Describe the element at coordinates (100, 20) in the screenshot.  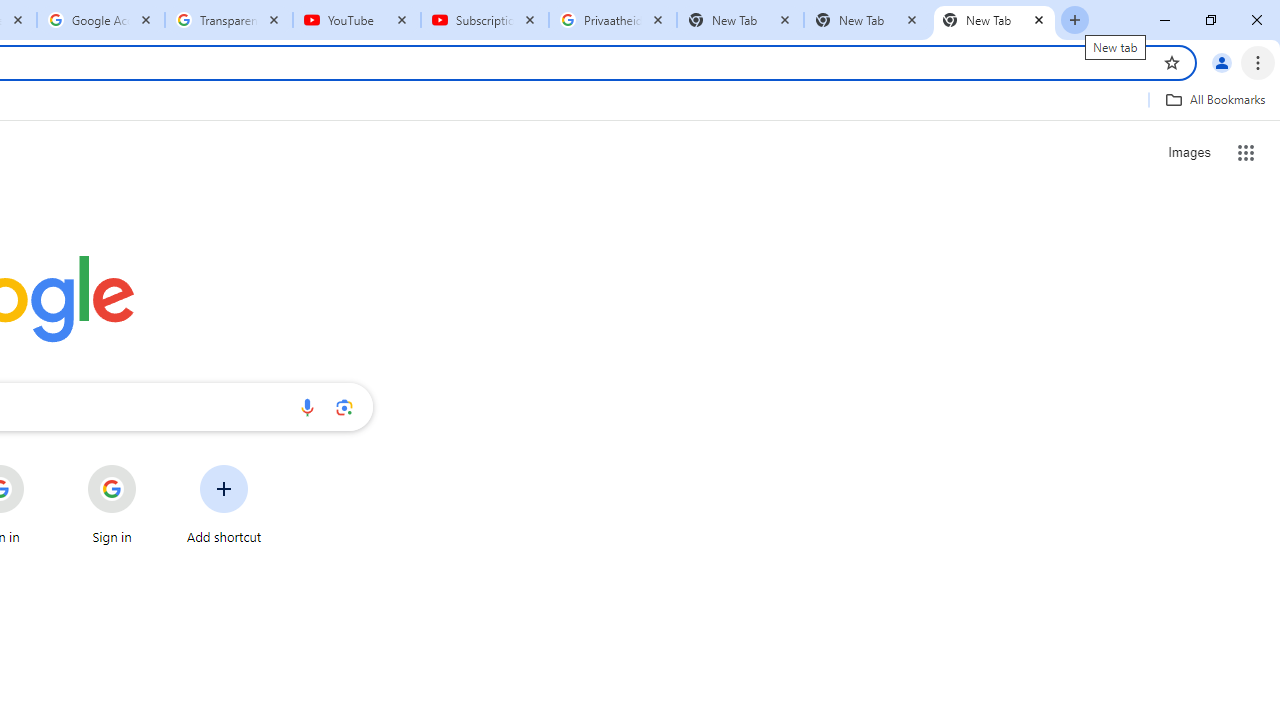
I see `'Google Account'` at that location.